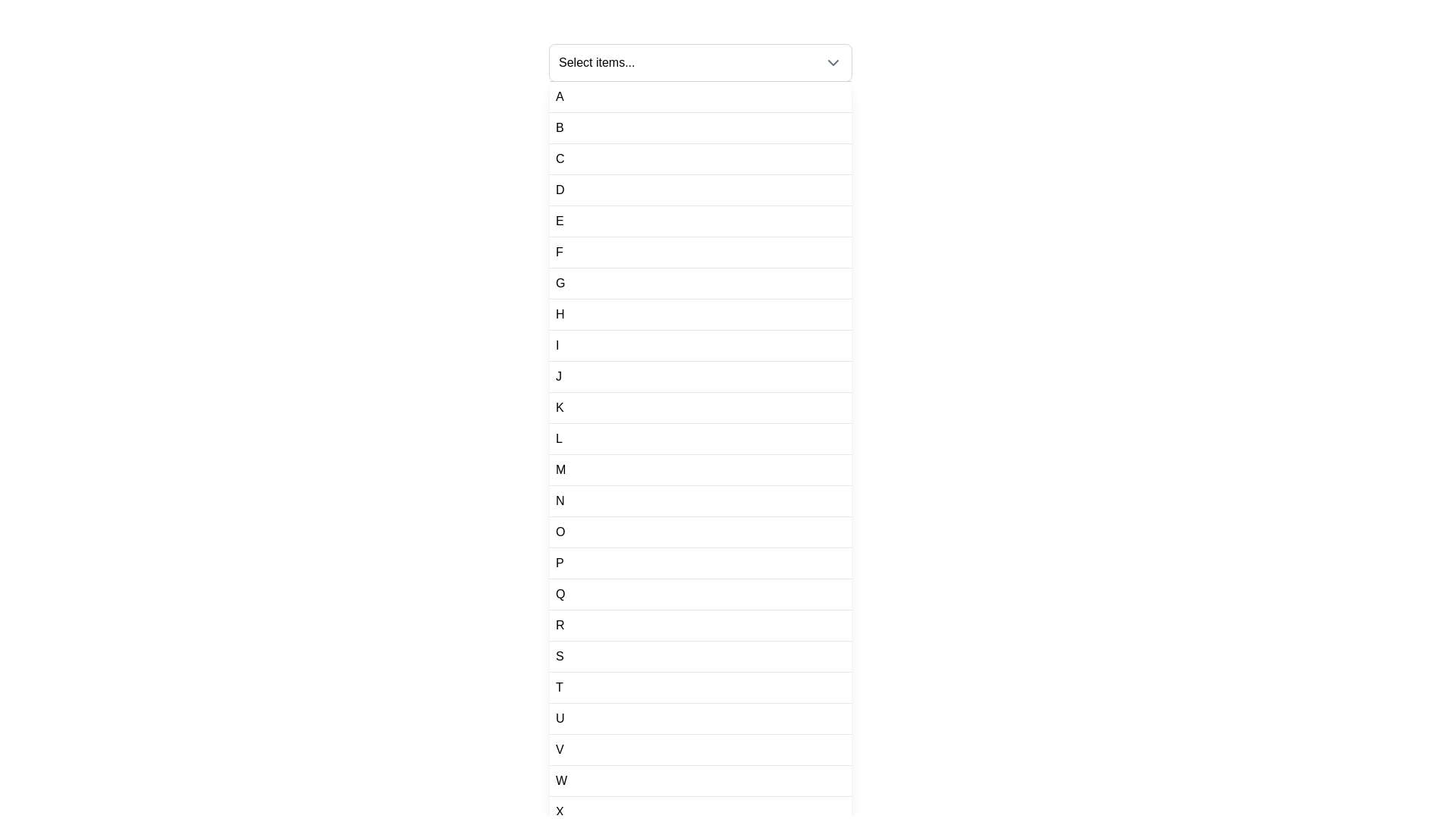  What do you see at coordinates (557, 345) in the screenshot?
I see `the text item represented by the uppercase letter 'I' in the list` at bounding box center [557, 345].